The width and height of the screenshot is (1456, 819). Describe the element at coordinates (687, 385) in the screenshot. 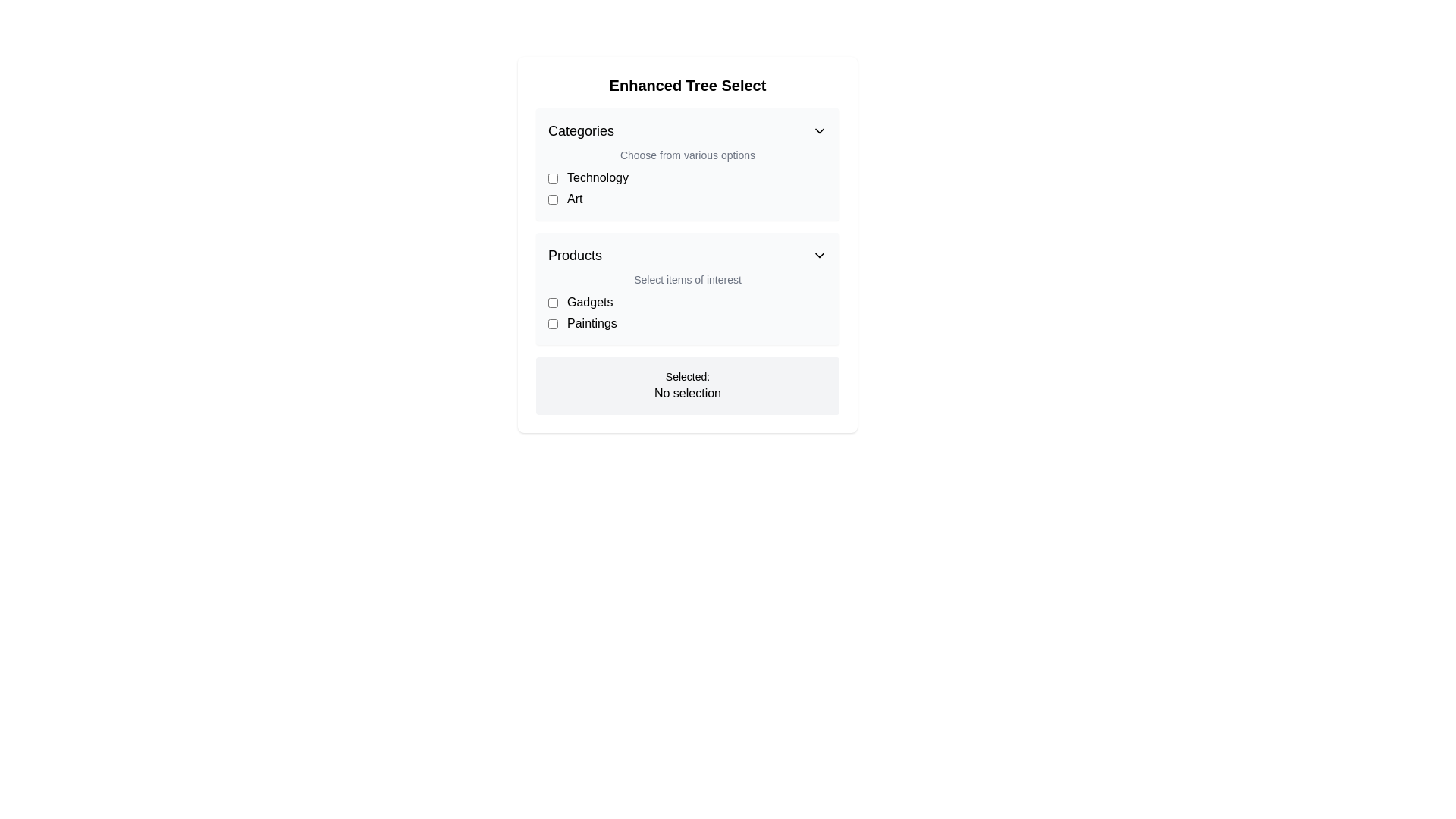

I see `the static informational display panel that shows 'Selected: No selection' with a light gray background and rounded corners` at that location.